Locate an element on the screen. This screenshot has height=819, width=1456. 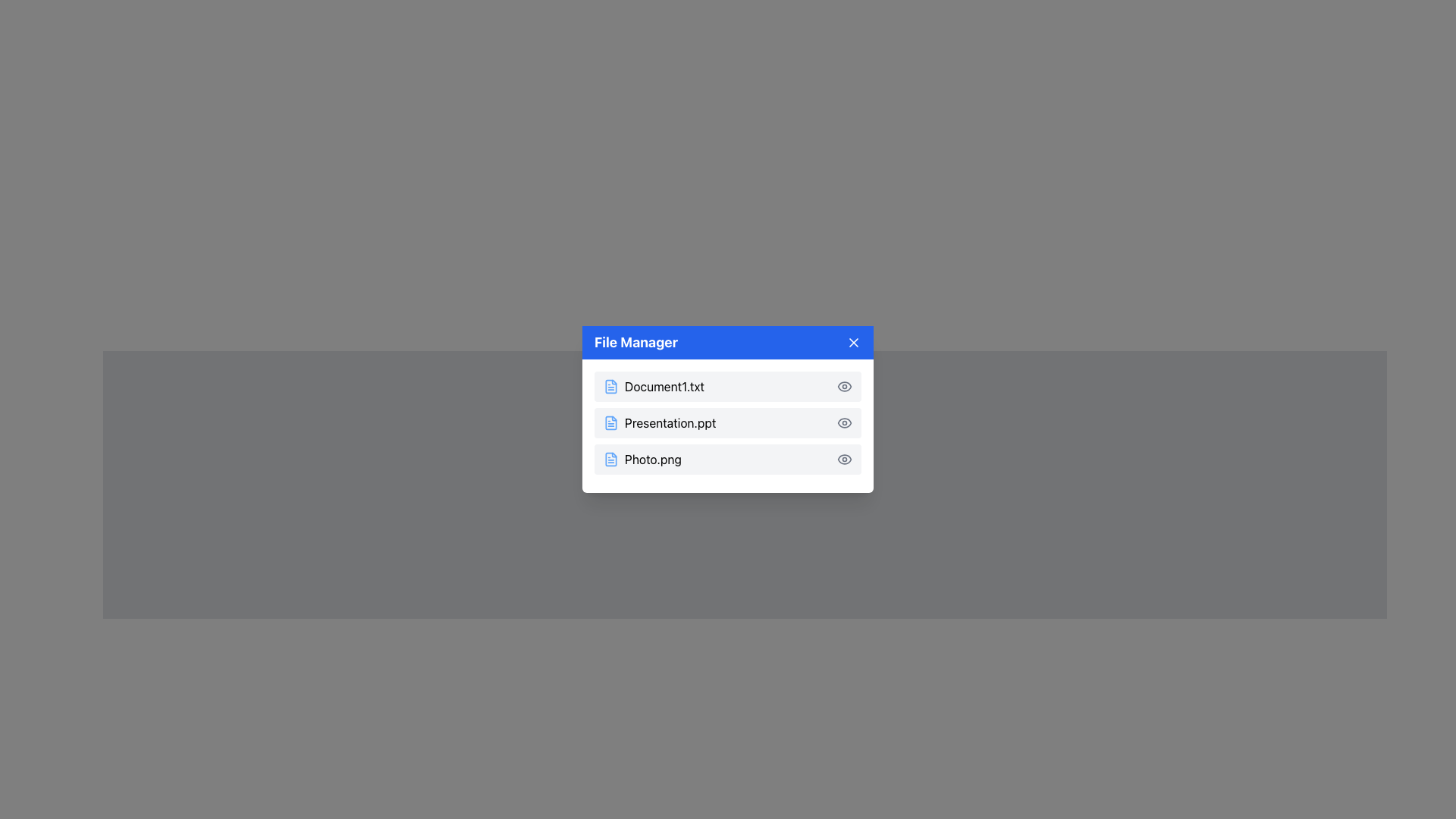
the list item labeled 'Photo.png' with a blue document icon is located at coordinates (642, 458).